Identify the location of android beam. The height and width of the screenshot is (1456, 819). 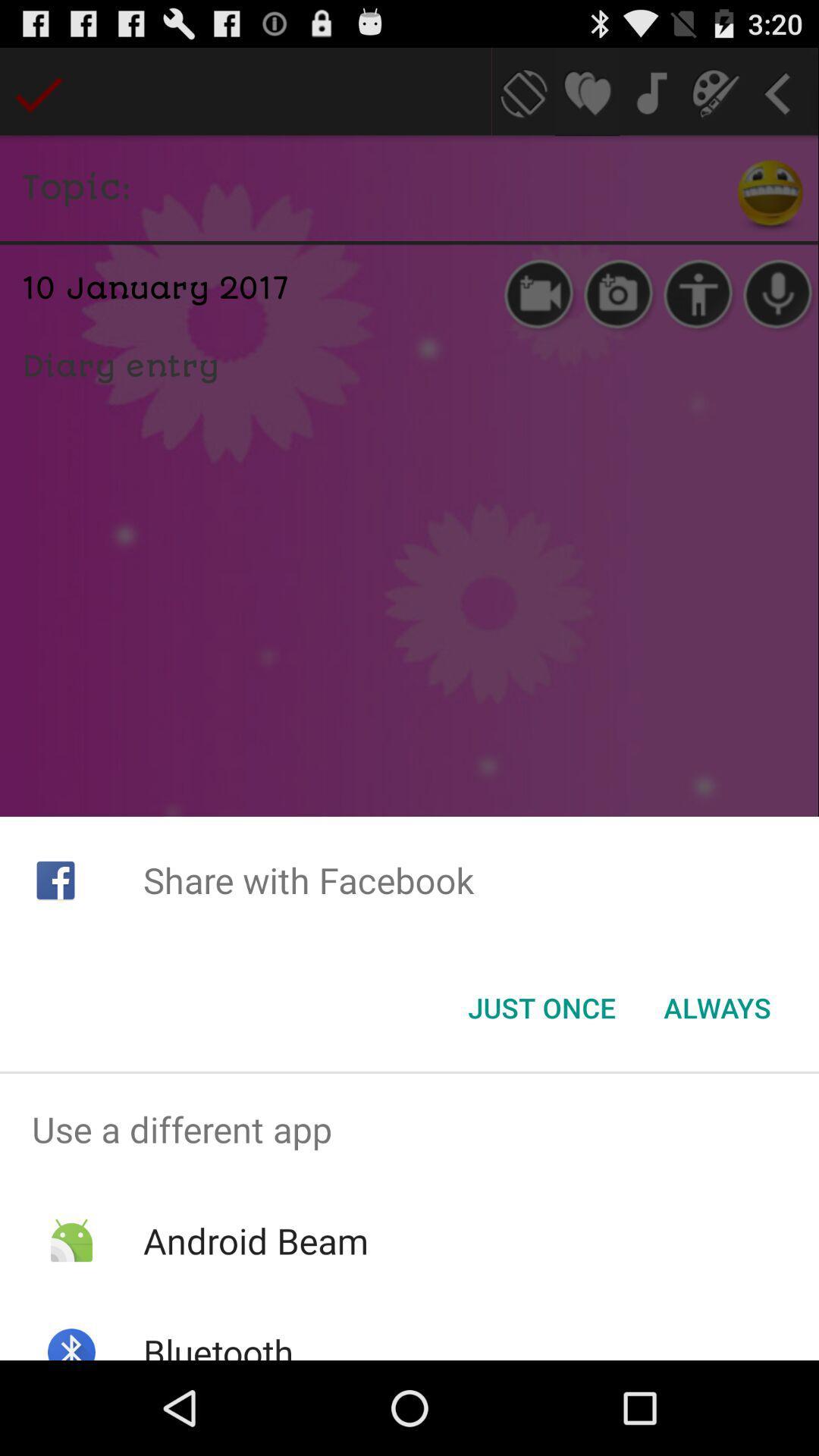
(255, 1241).